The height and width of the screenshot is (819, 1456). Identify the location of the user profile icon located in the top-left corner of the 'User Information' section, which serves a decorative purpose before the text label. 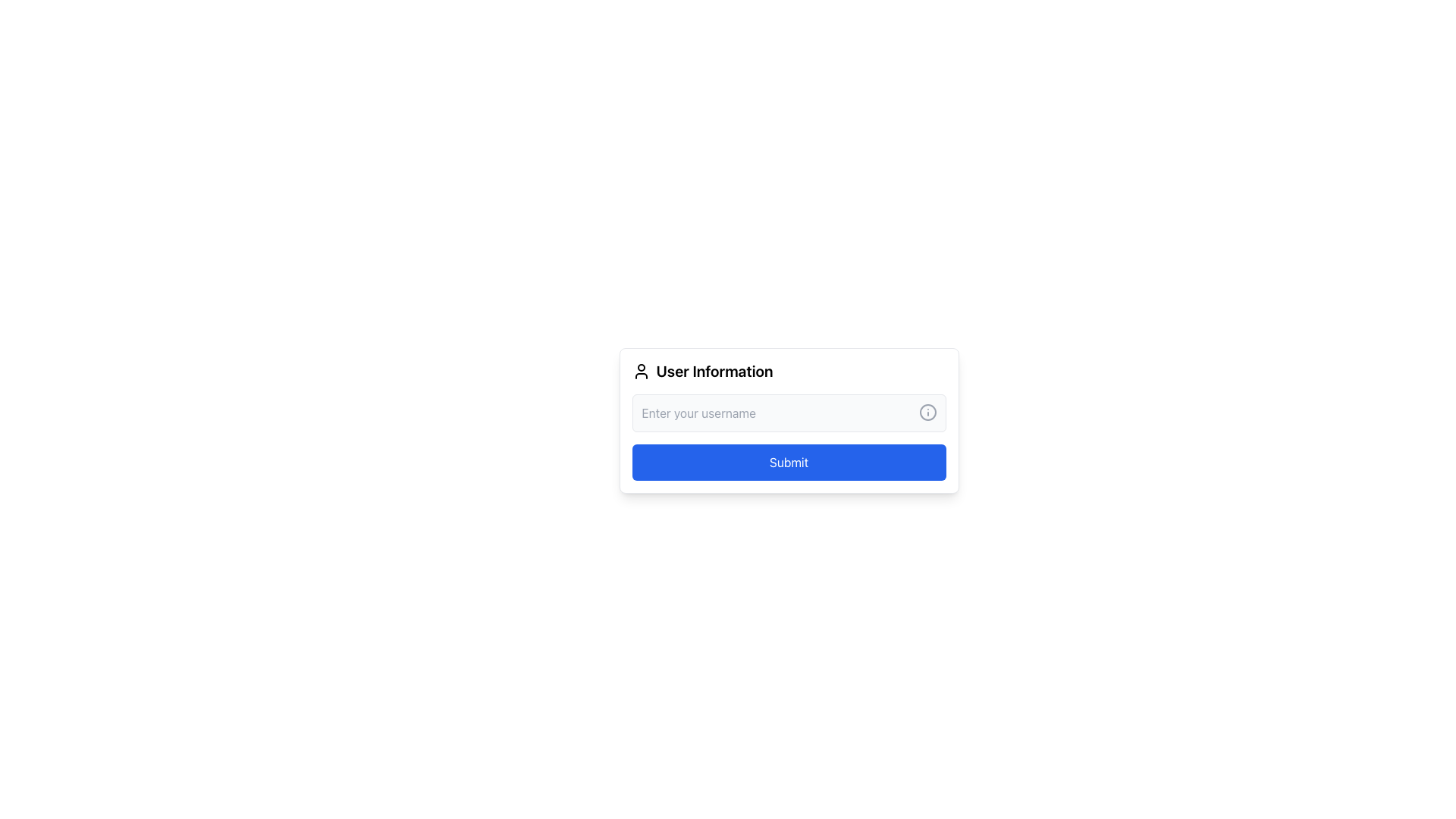
(641, 371).